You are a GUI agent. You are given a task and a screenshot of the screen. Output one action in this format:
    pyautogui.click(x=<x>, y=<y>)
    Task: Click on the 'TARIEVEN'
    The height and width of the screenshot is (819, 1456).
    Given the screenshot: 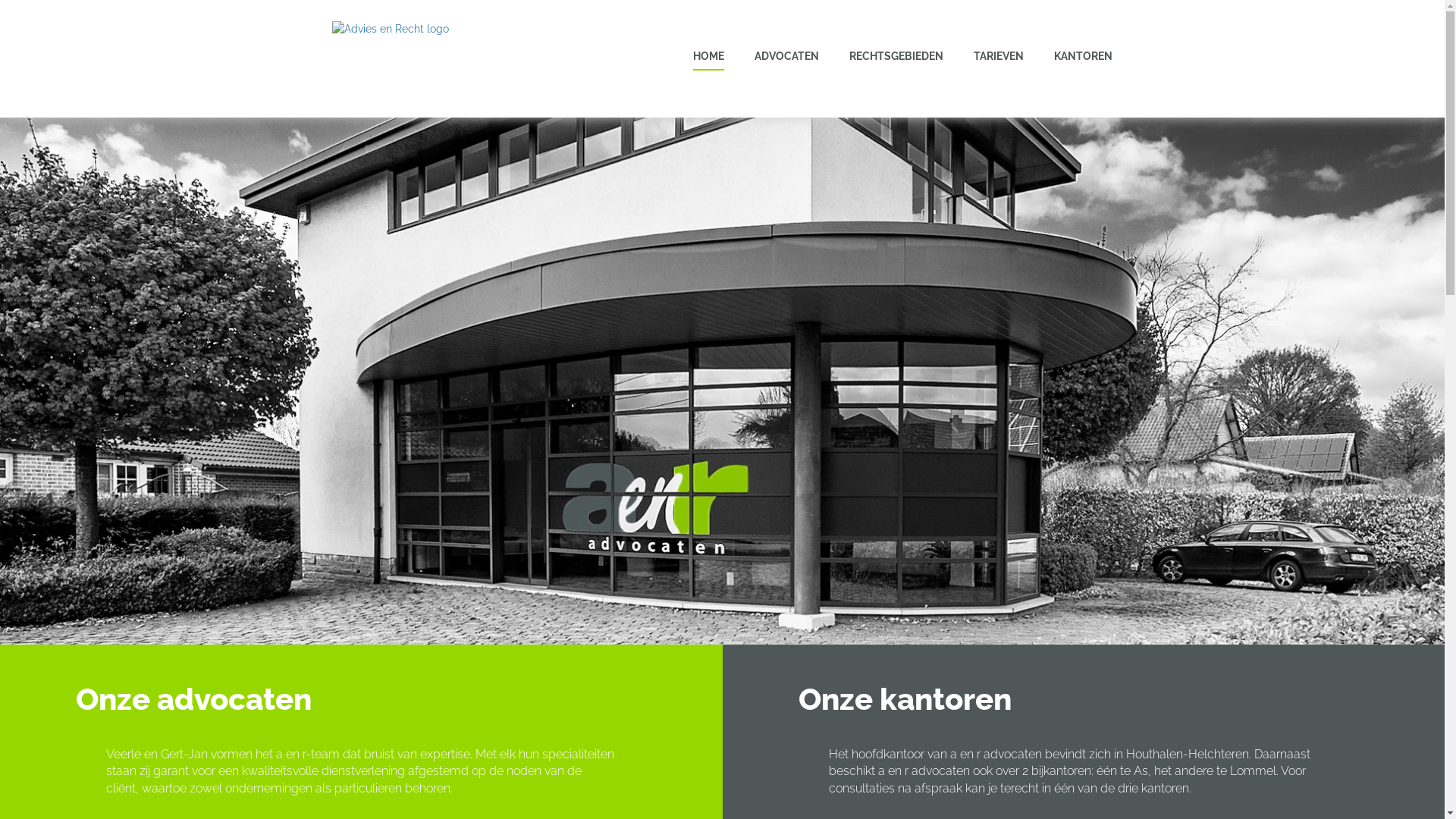 What is the action you would take?
    pyautogui.click(x=998, y=55)
    